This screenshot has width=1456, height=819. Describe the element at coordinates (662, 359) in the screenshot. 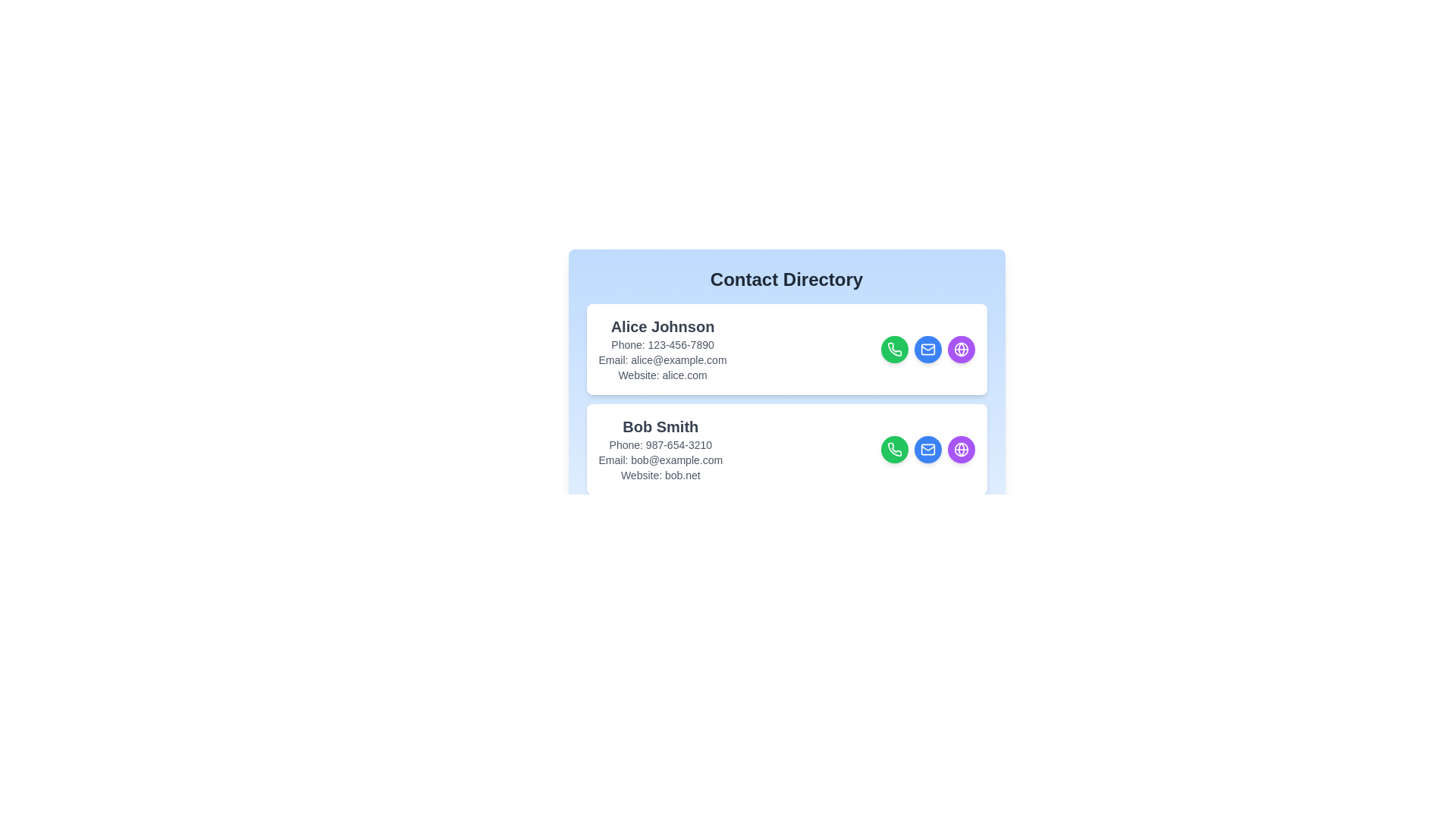

I see `the text 'Email' within the contact card of 'Alice Johnson'` at that location.